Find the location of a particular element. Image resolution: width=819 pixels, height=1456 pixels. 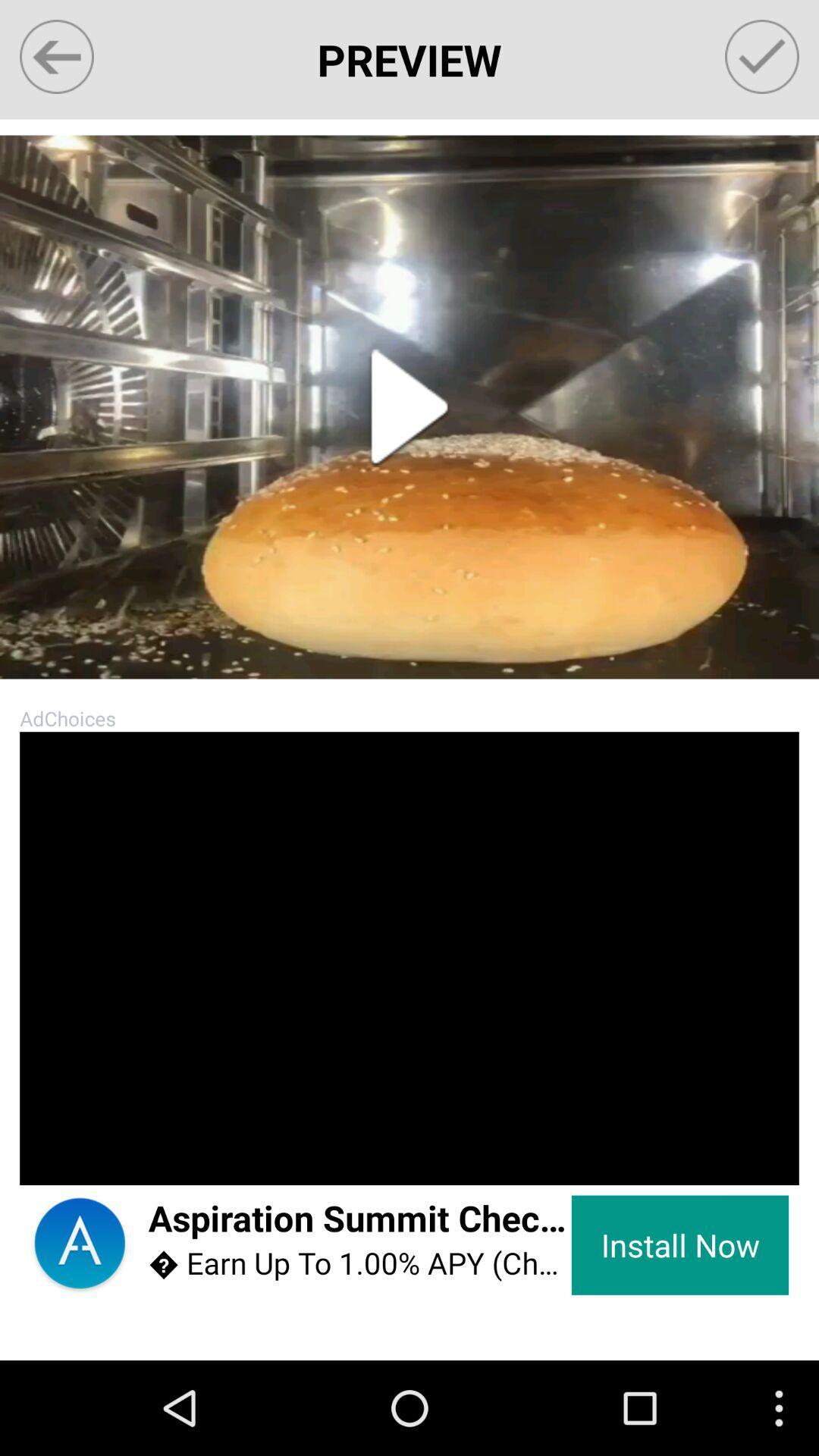

the icon at the bottom right corner is located at coordinates (679, 1245).